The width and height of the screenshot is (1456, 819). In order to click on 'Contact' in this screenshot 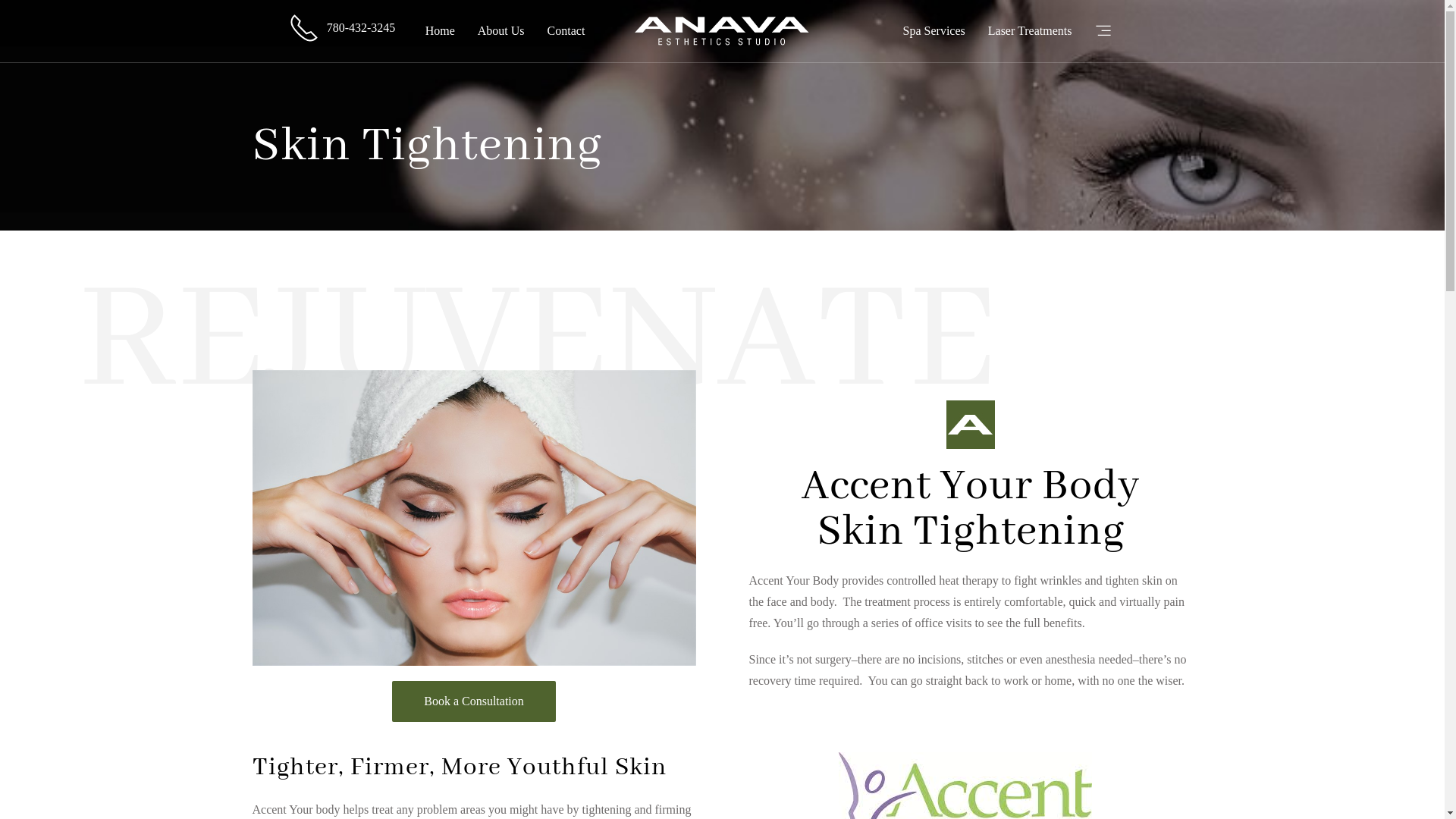, I will do `click(566, 31)`.